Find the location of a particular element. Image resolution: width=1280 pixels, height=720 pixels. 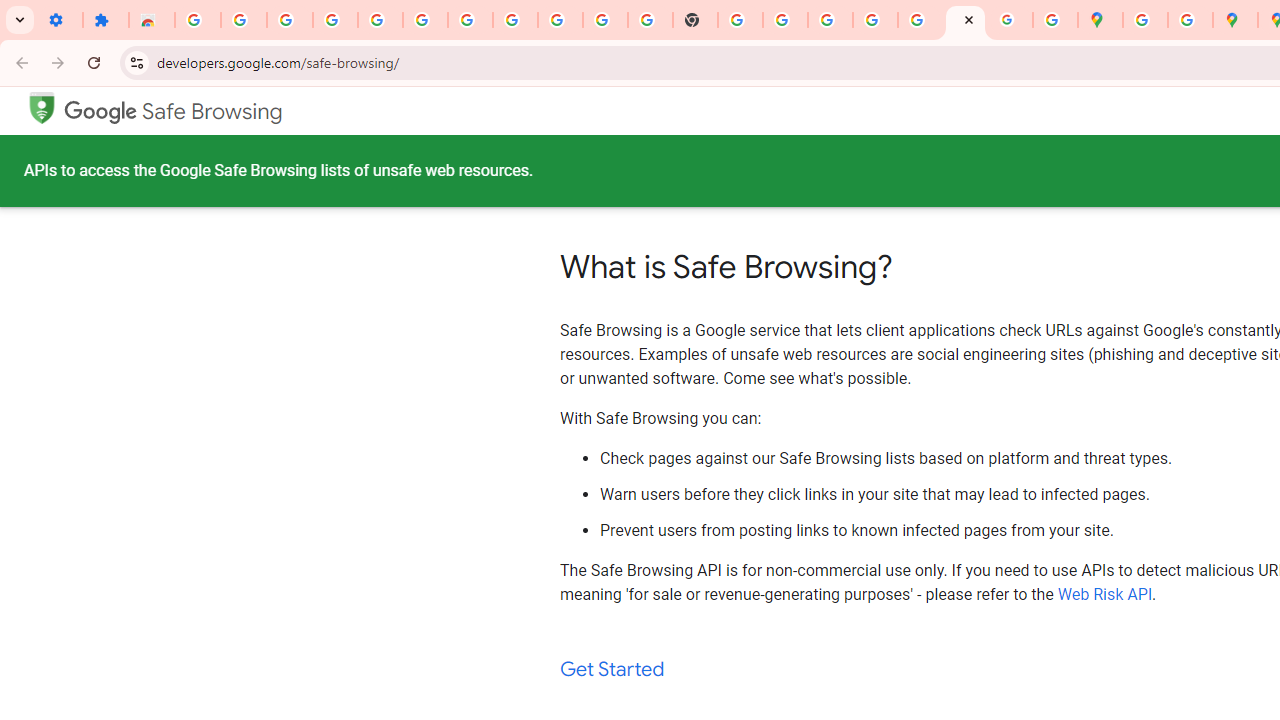

'Reviews: Helix Fruit Jump Arcade Game' is located at coordinates (151, 20).